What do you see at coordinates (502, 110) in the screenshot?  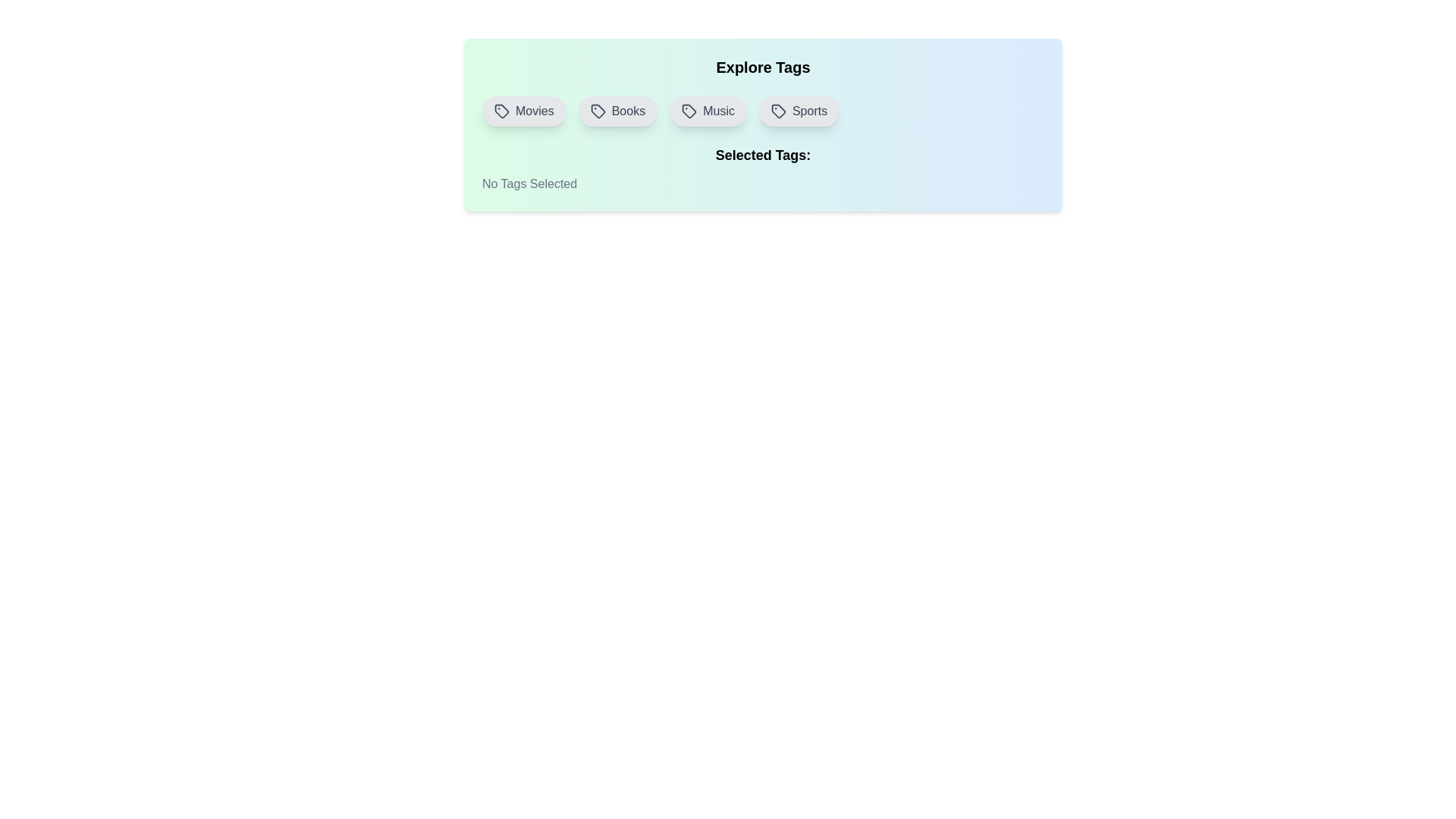 I see `the decorative icon representing the tag motif for the 'Movies' button, located at the top-left corner of the layout` at bounding box center [502, 110].